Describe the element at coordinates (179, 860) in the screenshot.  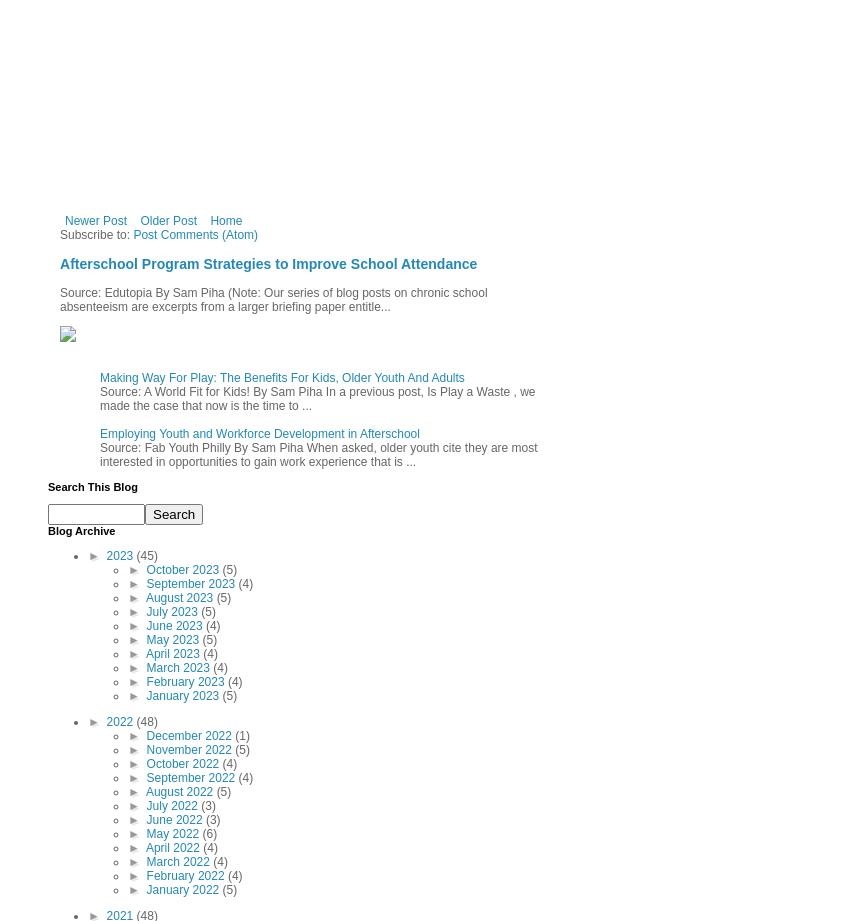
I see `'March 2022'` at that location.